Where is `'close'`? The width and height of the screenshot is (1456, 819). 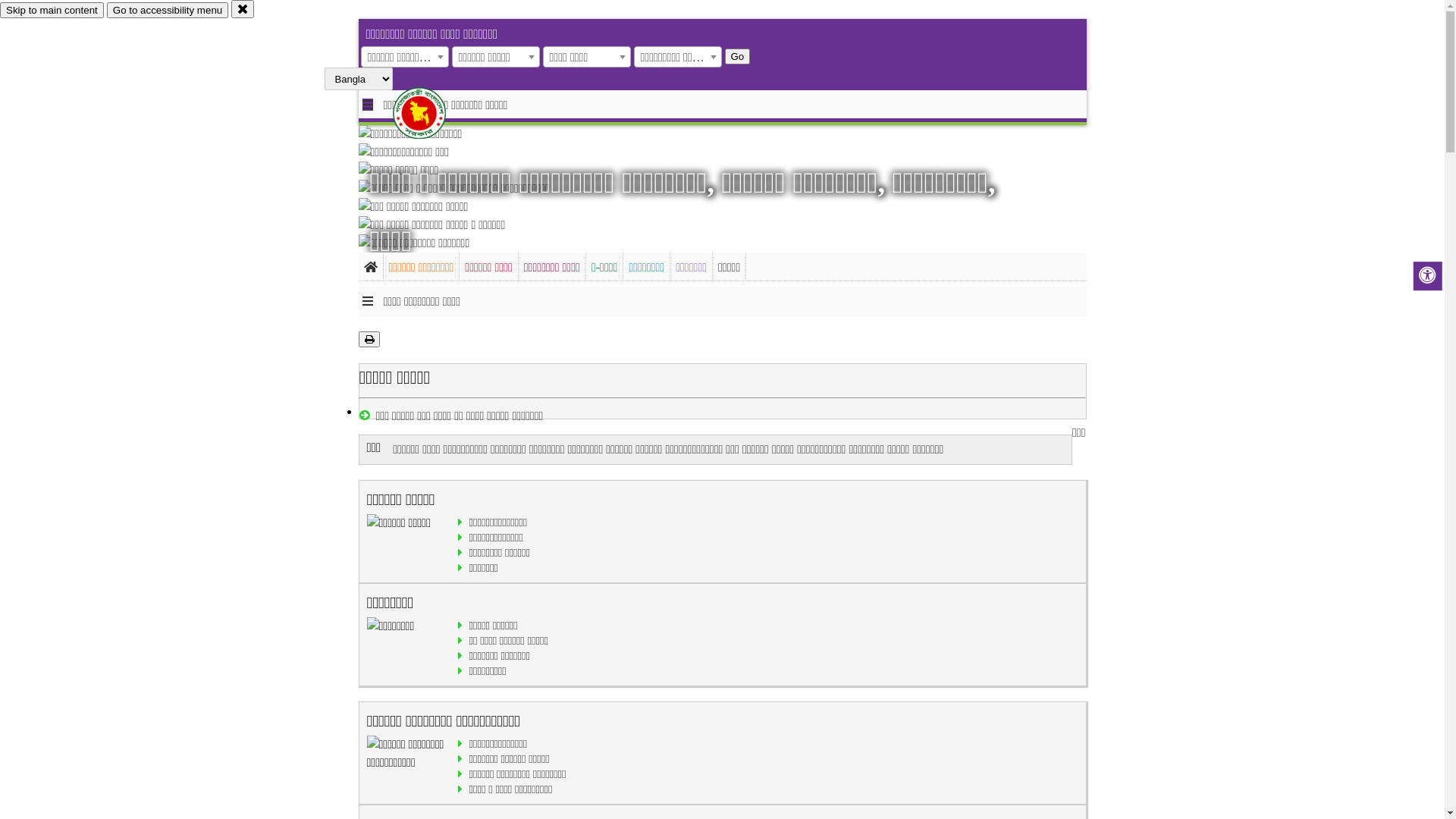
'close' is located at coordinates (231, 8).